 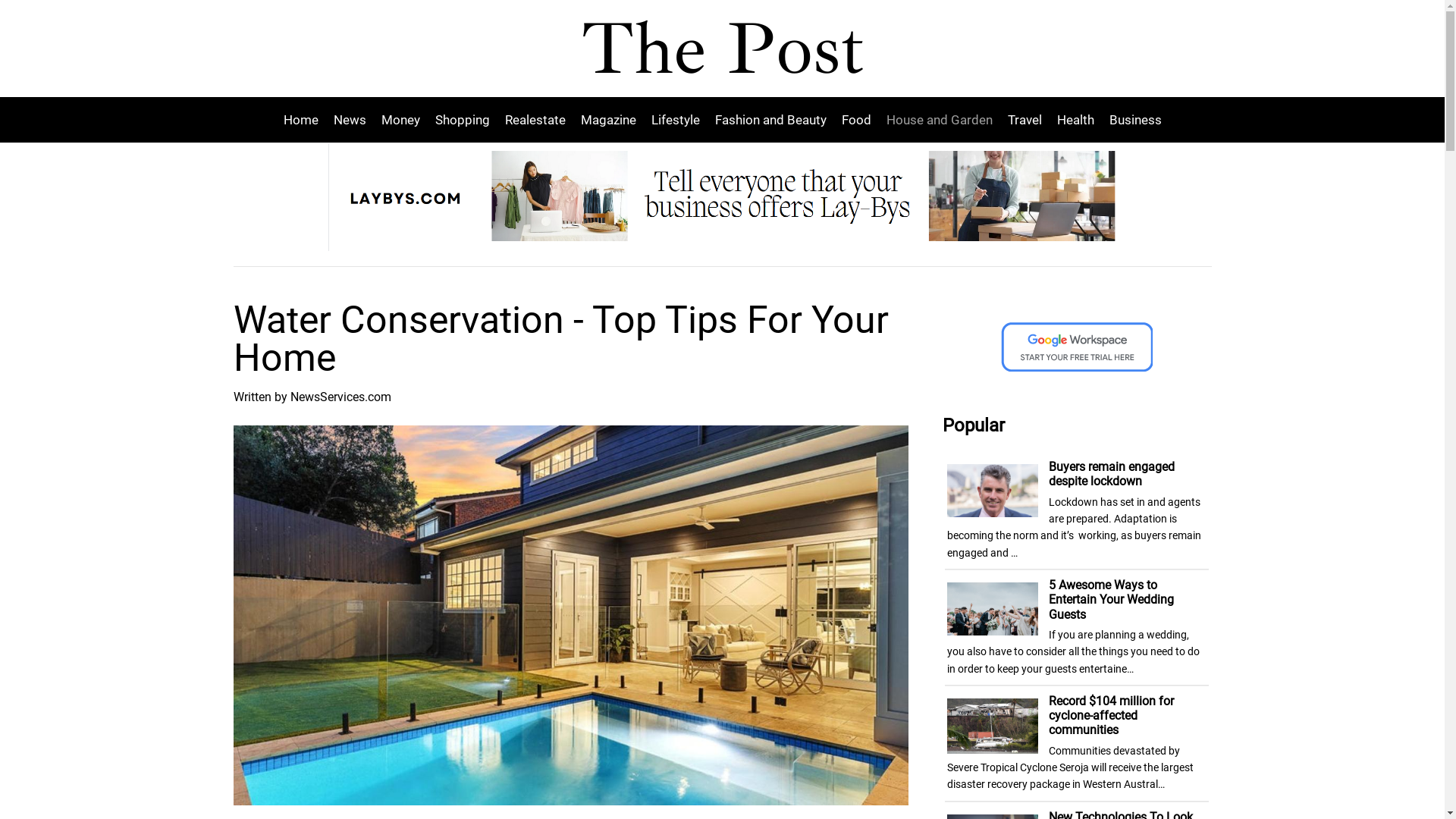 What do you see at coordinates (1131, 119) in the screenshot?
I see `'Business'` at bounding box center [1131, 119].